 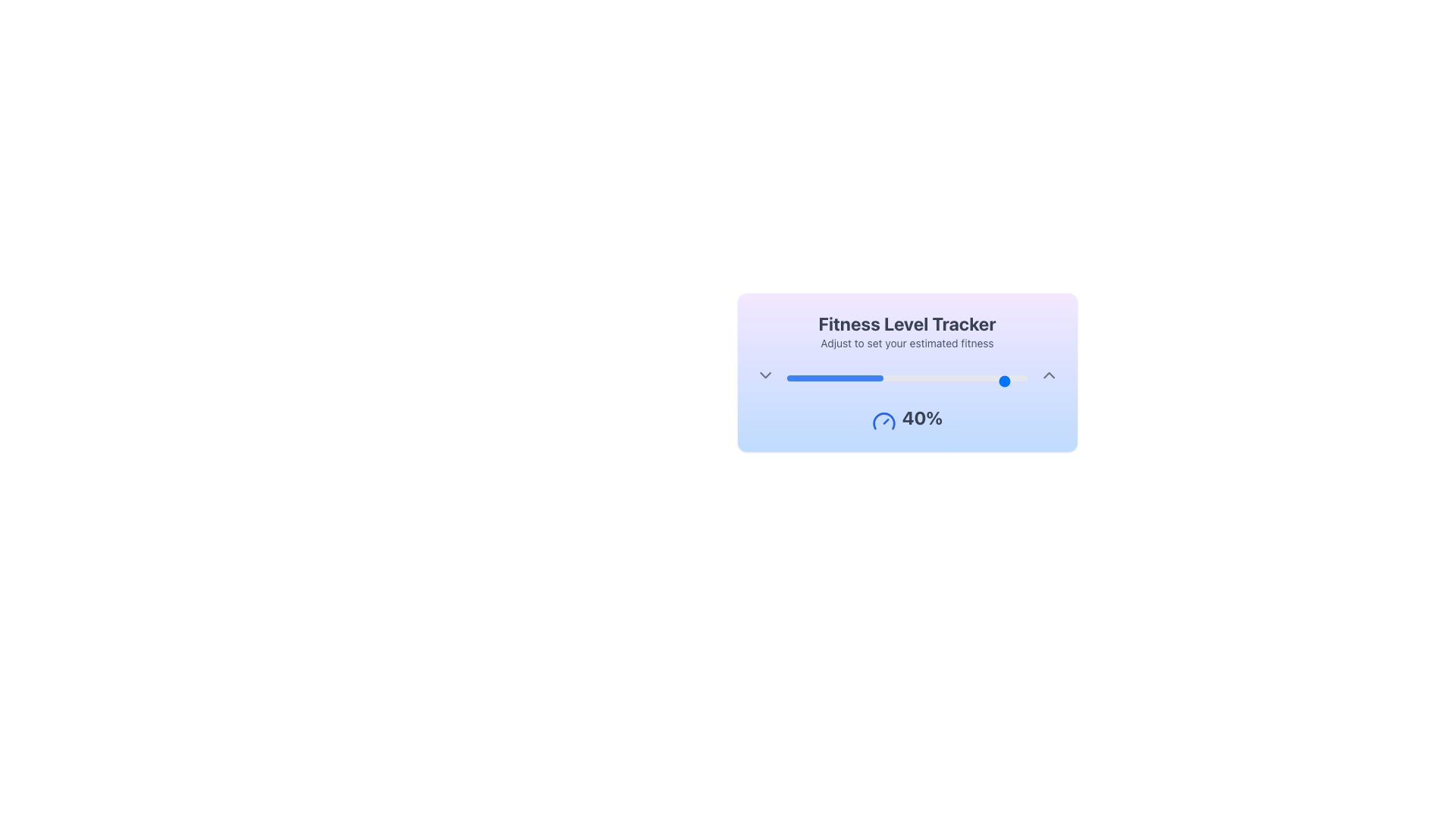 I want to click on the slider value, so click(x=1003, y=375).